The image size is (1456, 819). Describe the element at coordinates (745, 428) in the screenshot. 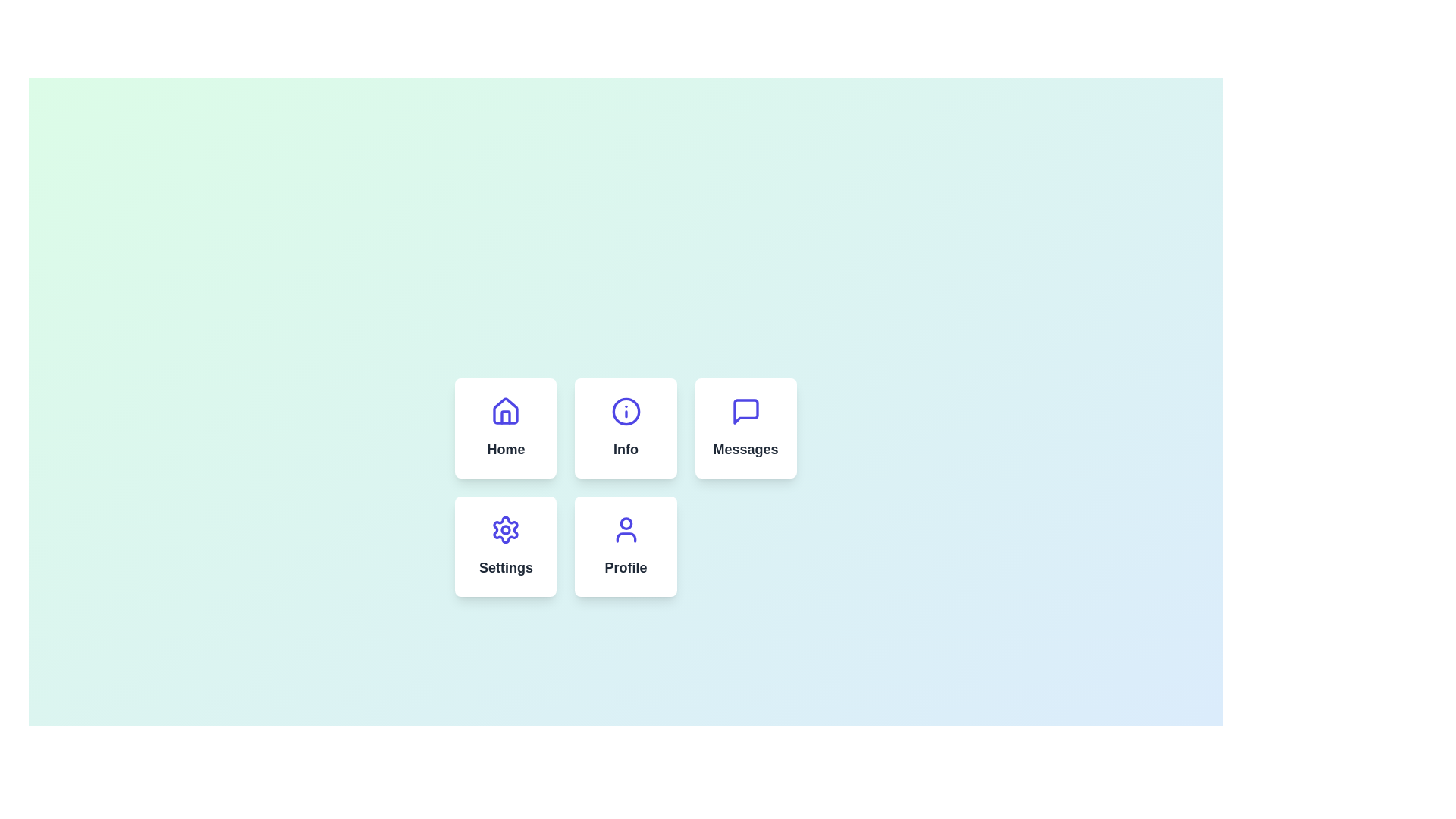

I see `the third card in the top row of the grid structure related to 'Messages'` at that location.